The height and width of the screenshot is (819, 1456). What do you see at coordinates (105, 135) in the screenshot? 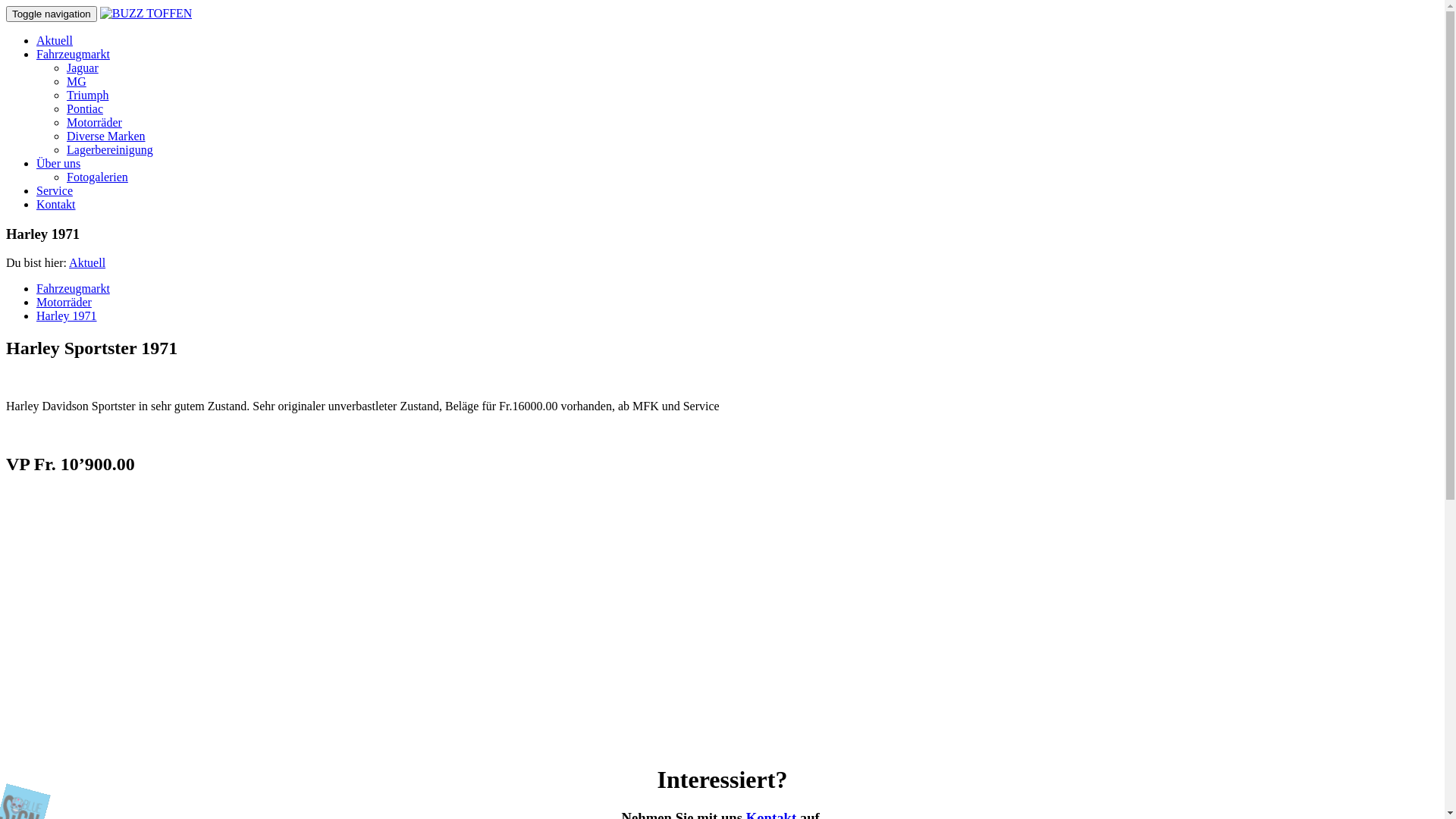
I see `'Diverse Marken'` at bounding box center [105, 135].